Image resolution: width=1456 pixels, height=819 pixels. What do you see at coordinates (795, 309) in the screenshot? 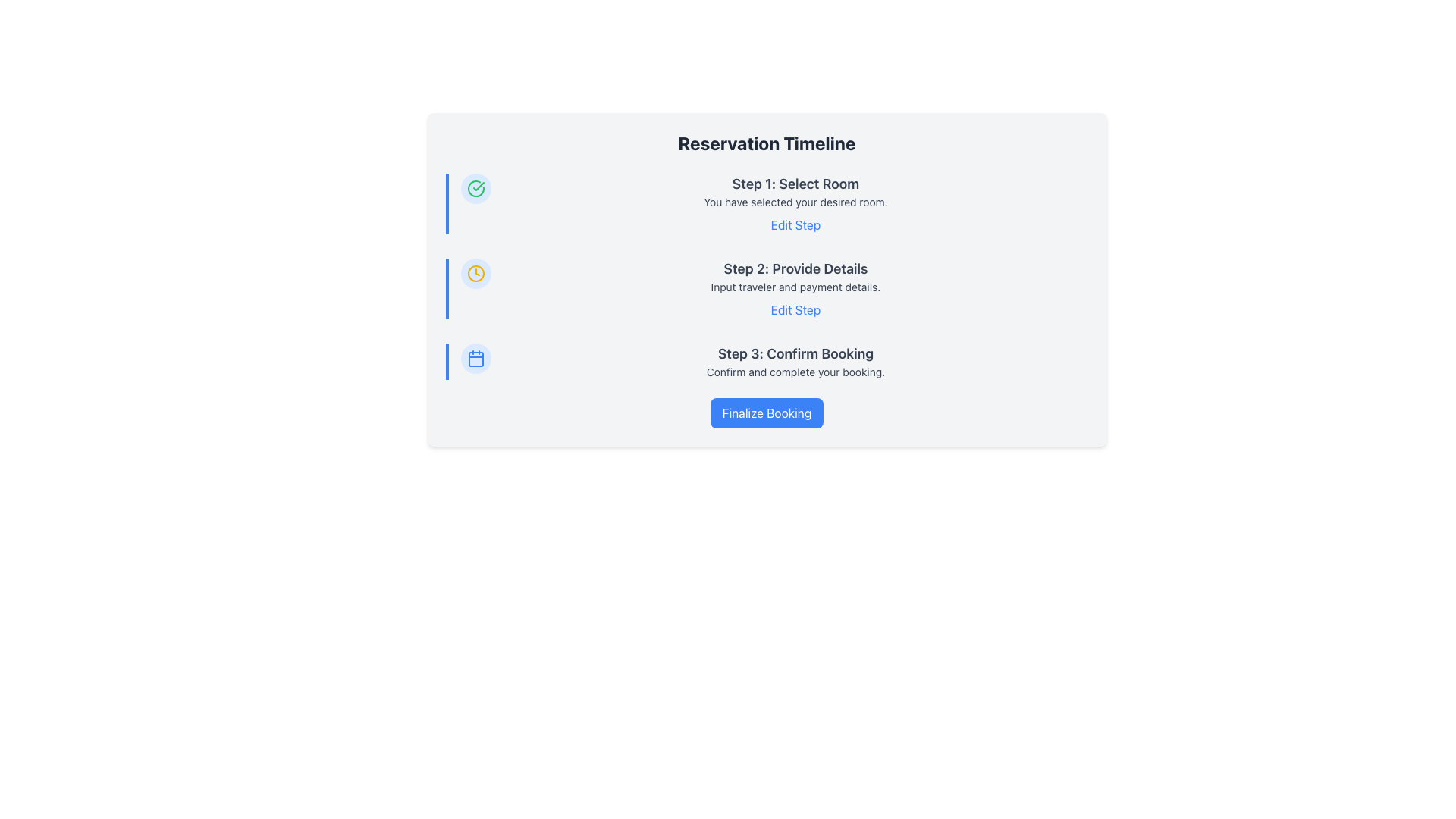
I see `the small blue hyperlink text that reads 'Edit Step' located beneath the instruction text in the 'Step 2: Provide Details' section` at bounding box center [795, 309].